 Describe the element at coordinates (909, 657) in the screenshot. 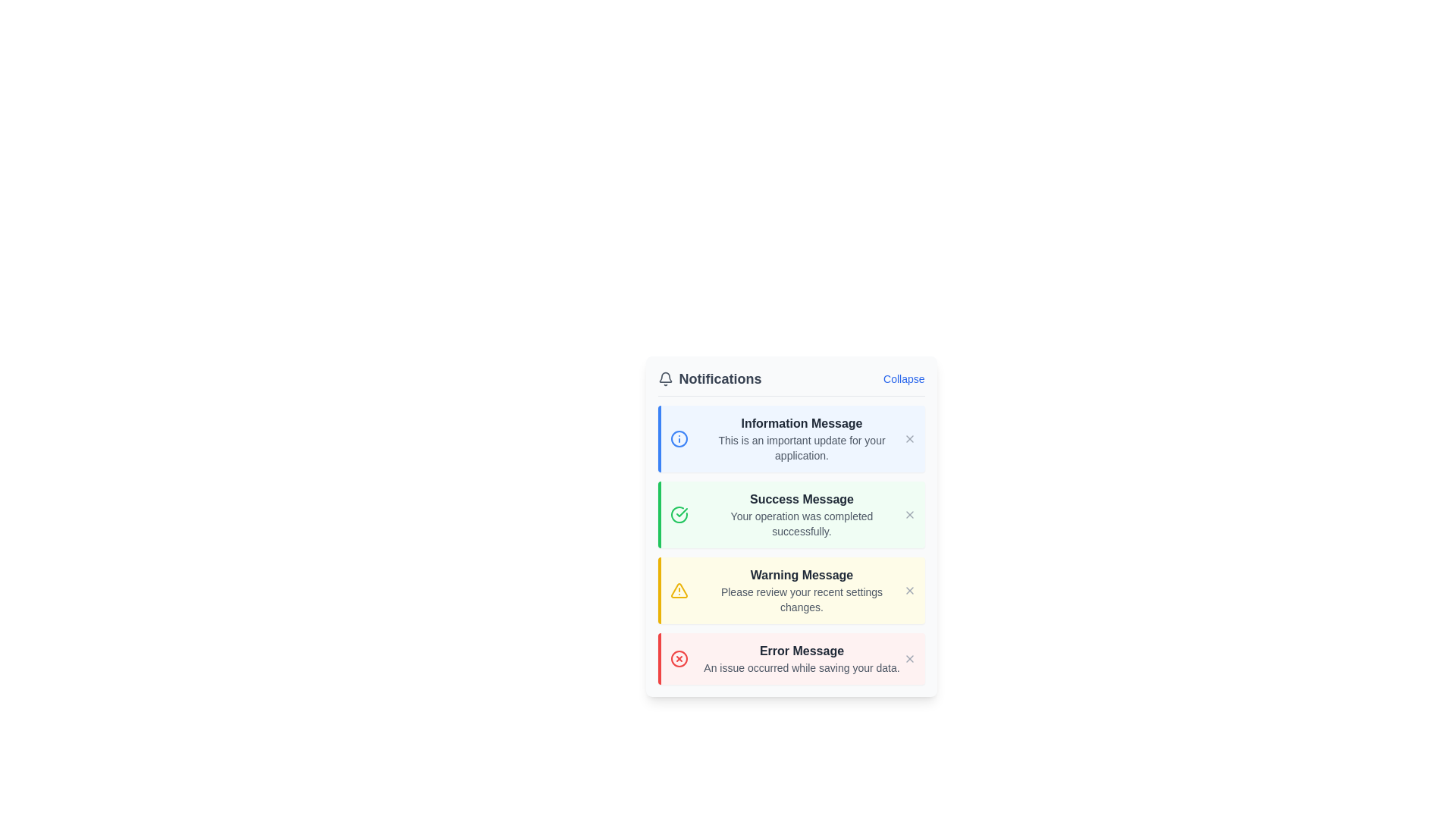

I see `the Close button located at the top-right corner of the error notification area to change its color` at that location.